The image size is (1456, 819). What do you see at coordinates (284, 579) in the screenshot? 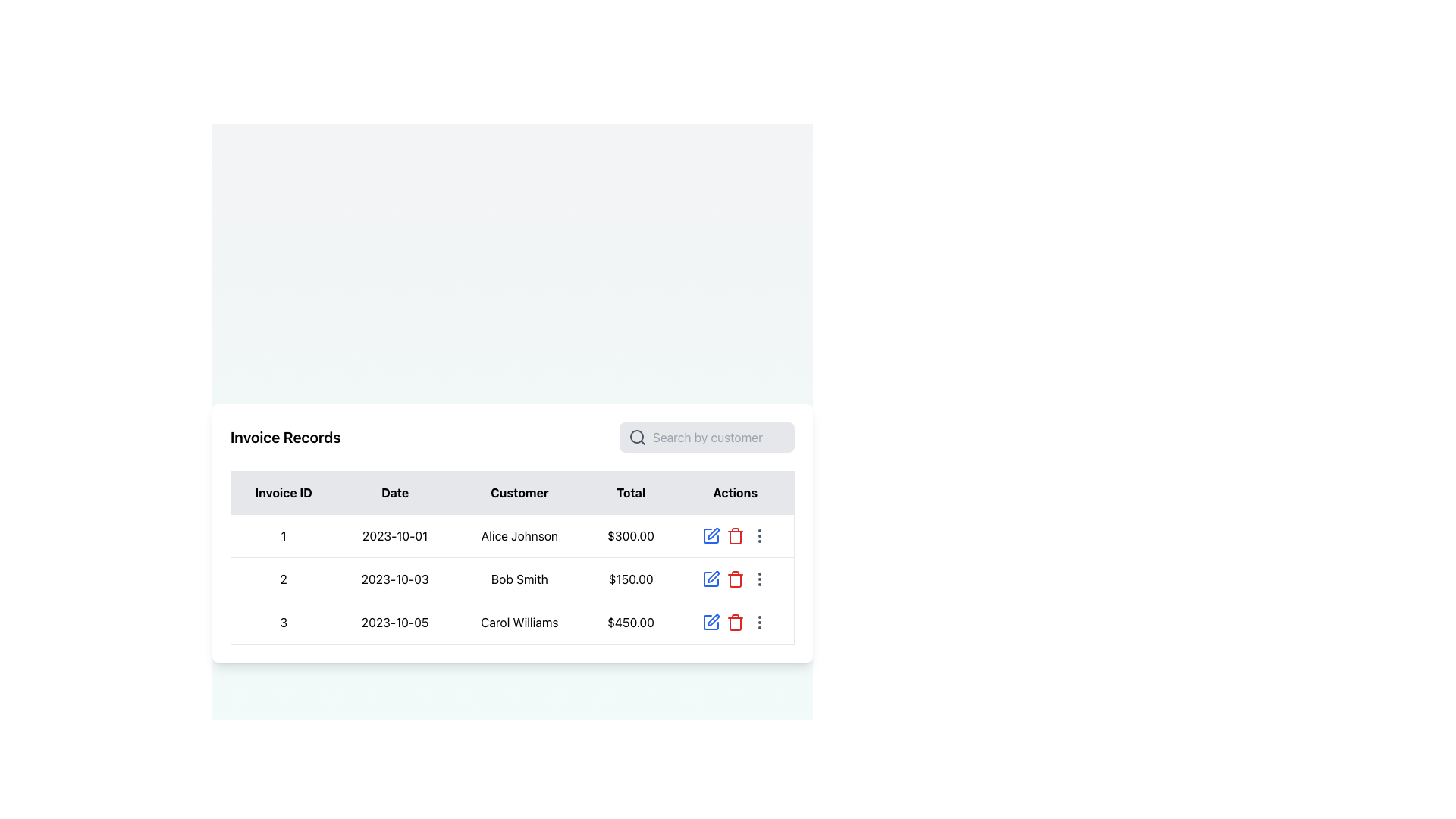
I see `the numeral '2' in the 'Invoice ID' column of the table, which is part of the row detailing 'Bob Smith'` at bounding box center [284, 579].